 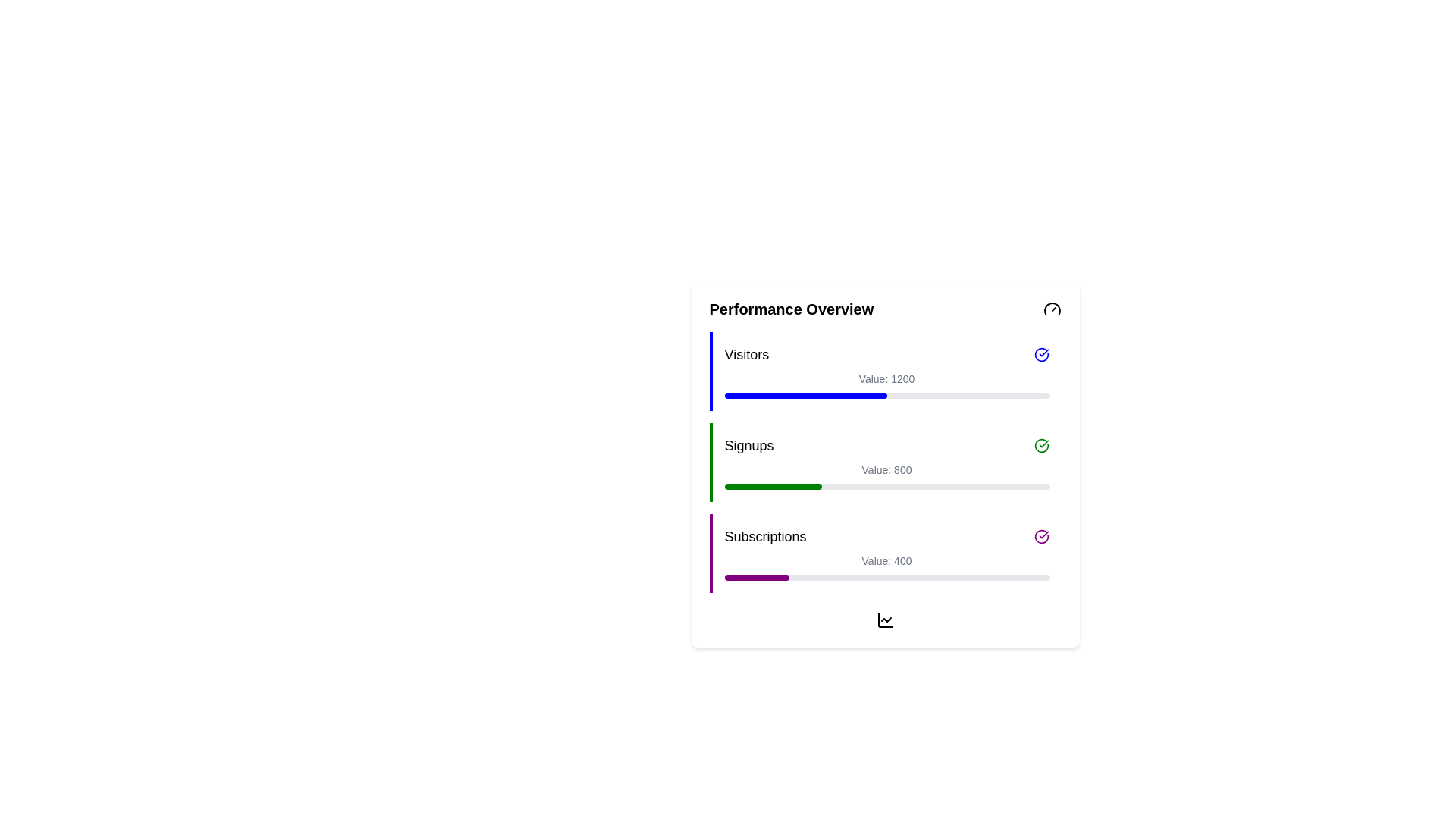 I want to click on the 'Signups' entry in the Information panel of the Performance Overview grid, so click(x=885, y=461).